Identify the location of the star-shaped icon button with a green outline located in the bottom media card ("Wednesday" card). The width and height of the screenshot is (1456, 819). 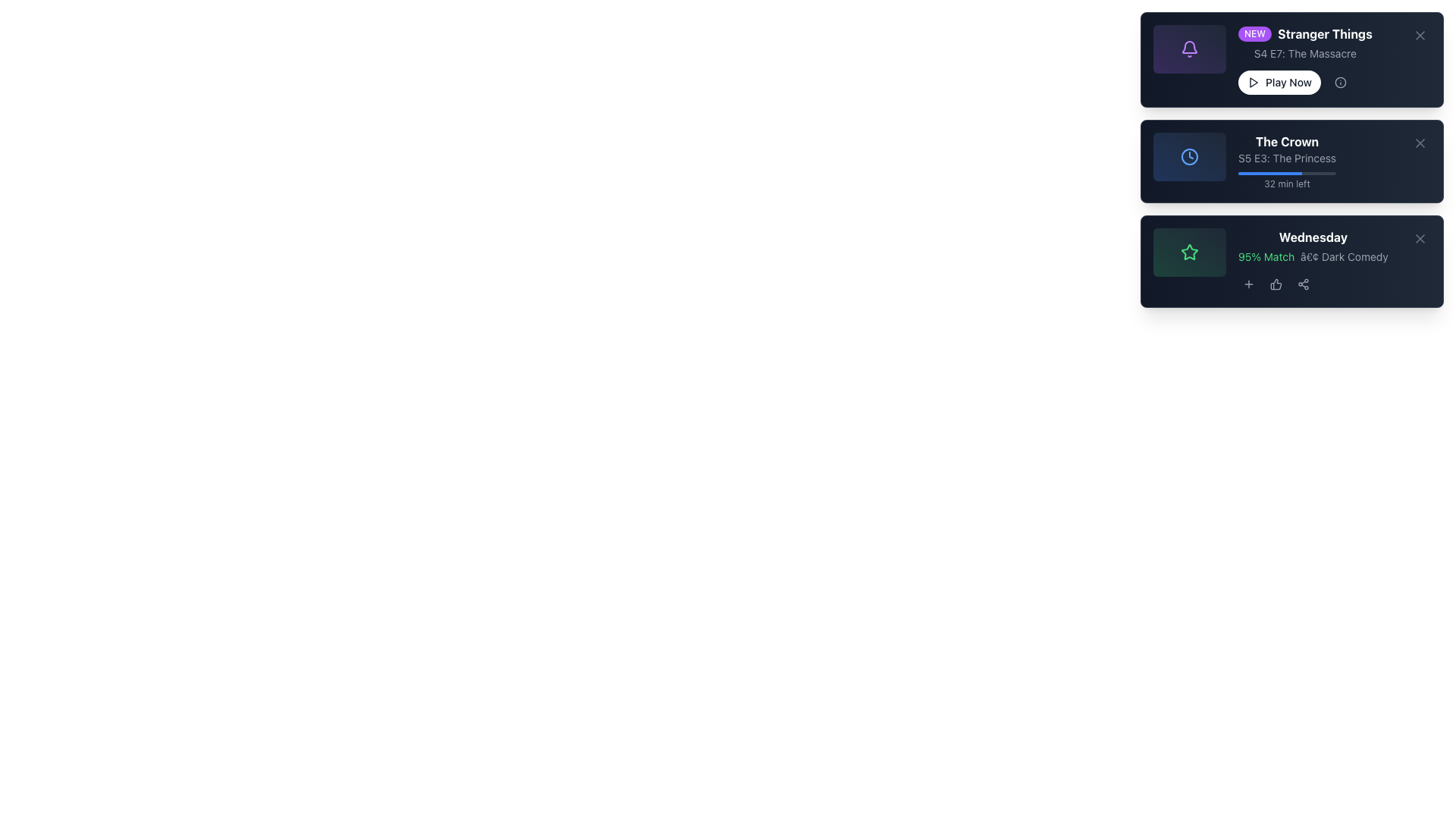
(1189, 251).